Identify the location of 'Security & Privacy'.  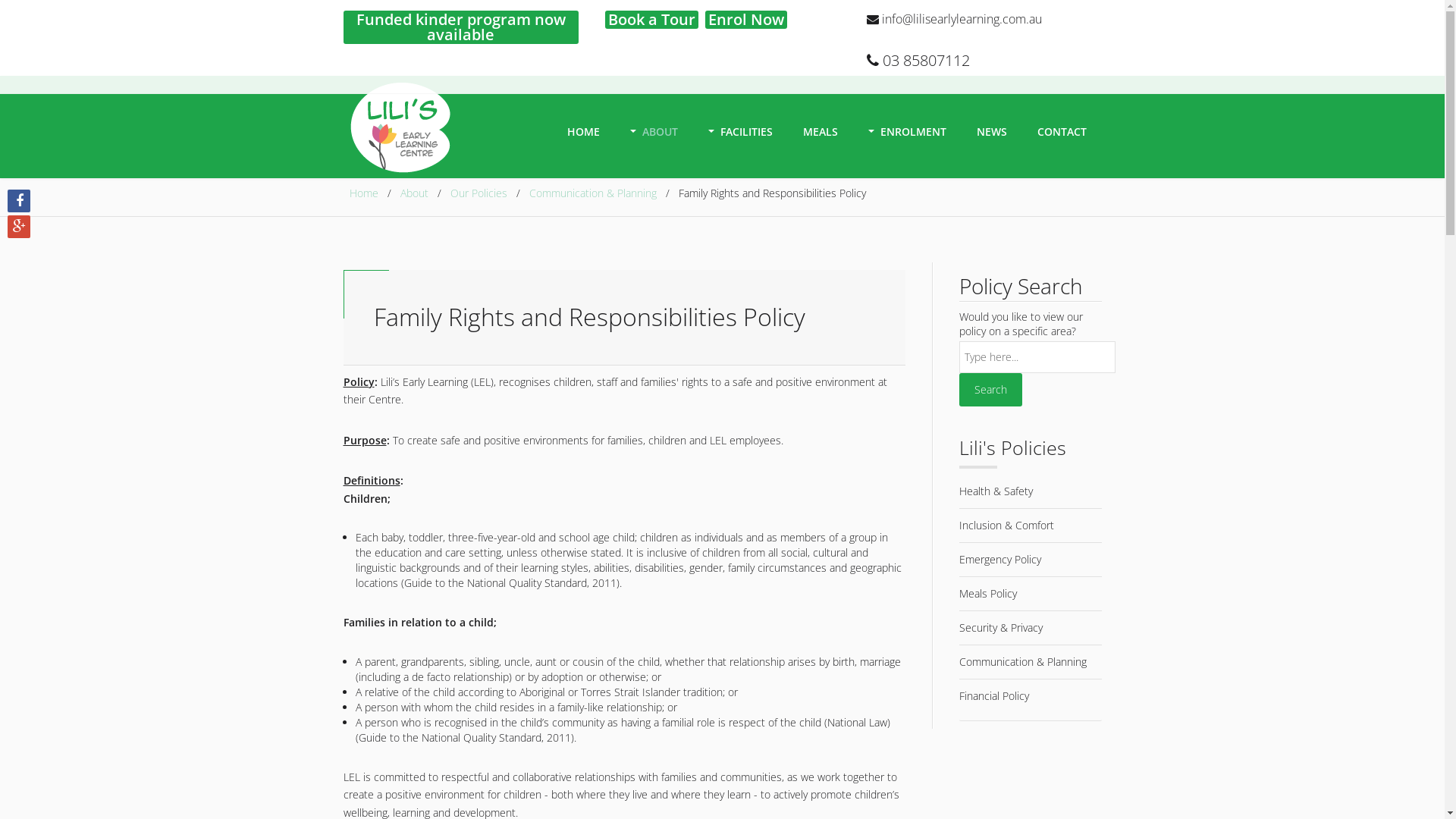
(959, 627).